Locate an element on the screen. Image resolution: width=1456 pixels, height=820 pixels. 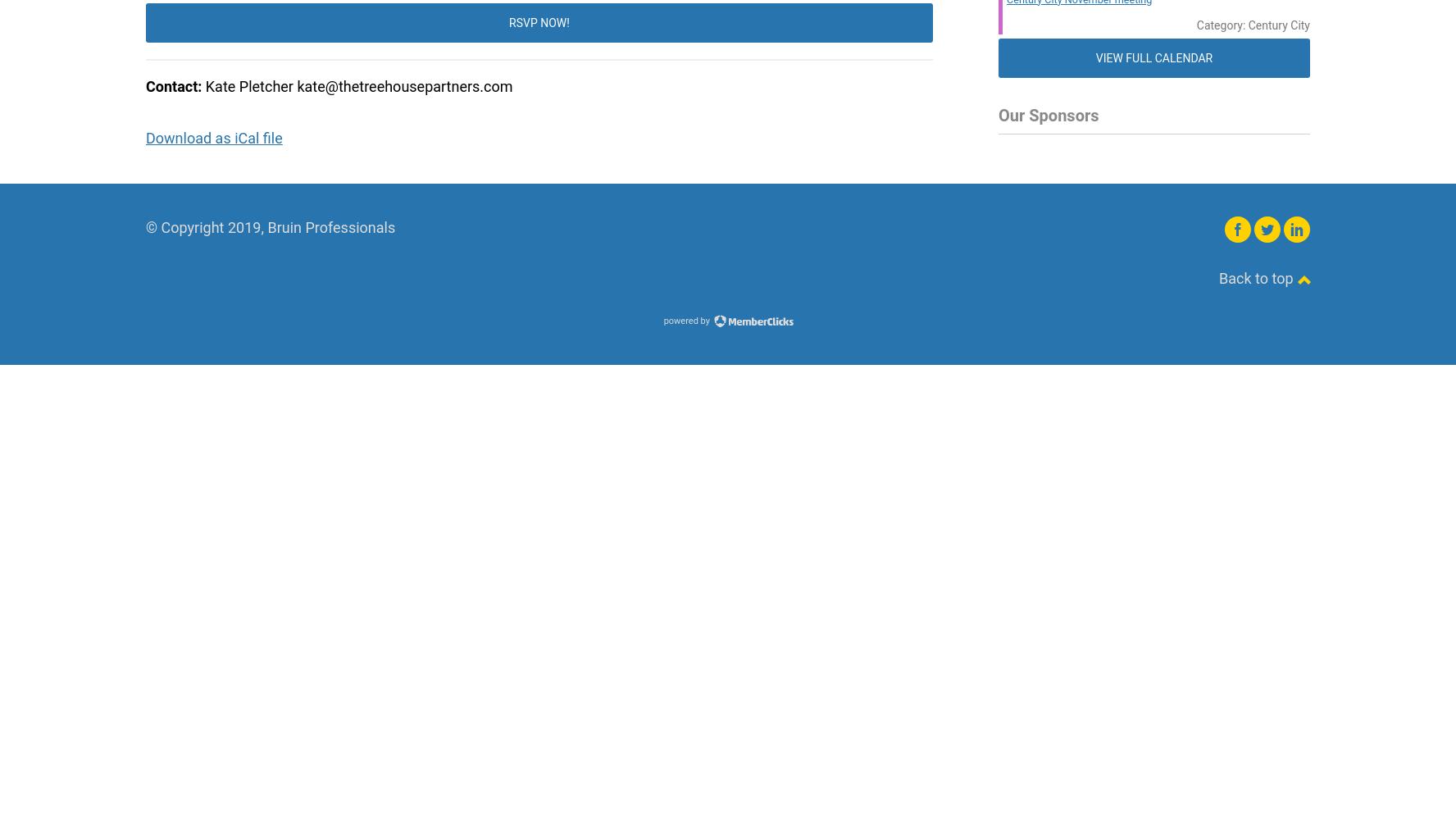
'Kate Pletcher' is located at coordinates (250, 84).